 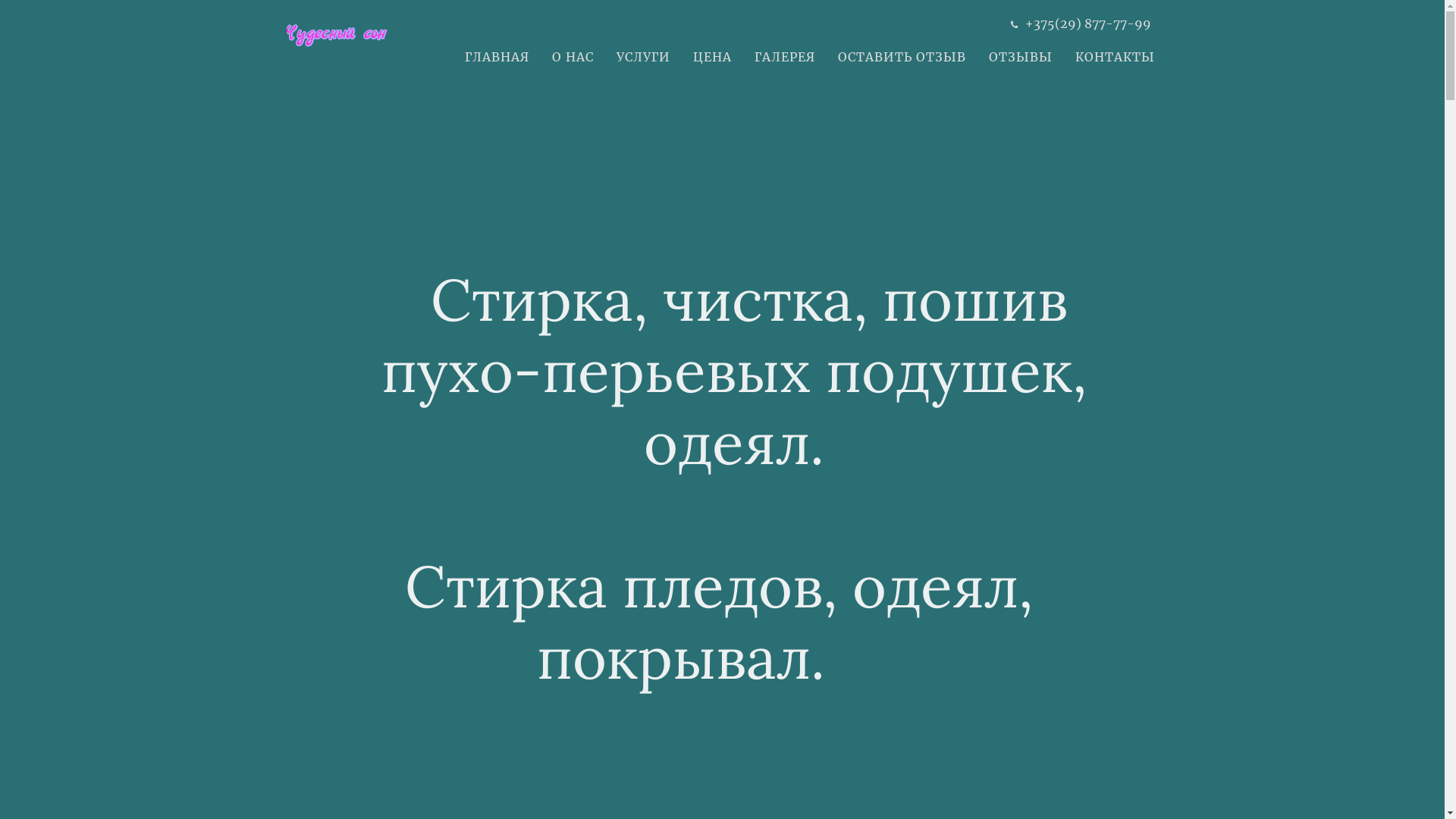 I want to click on '+375(29) 877-77-99', so click(x=1087, y=23).